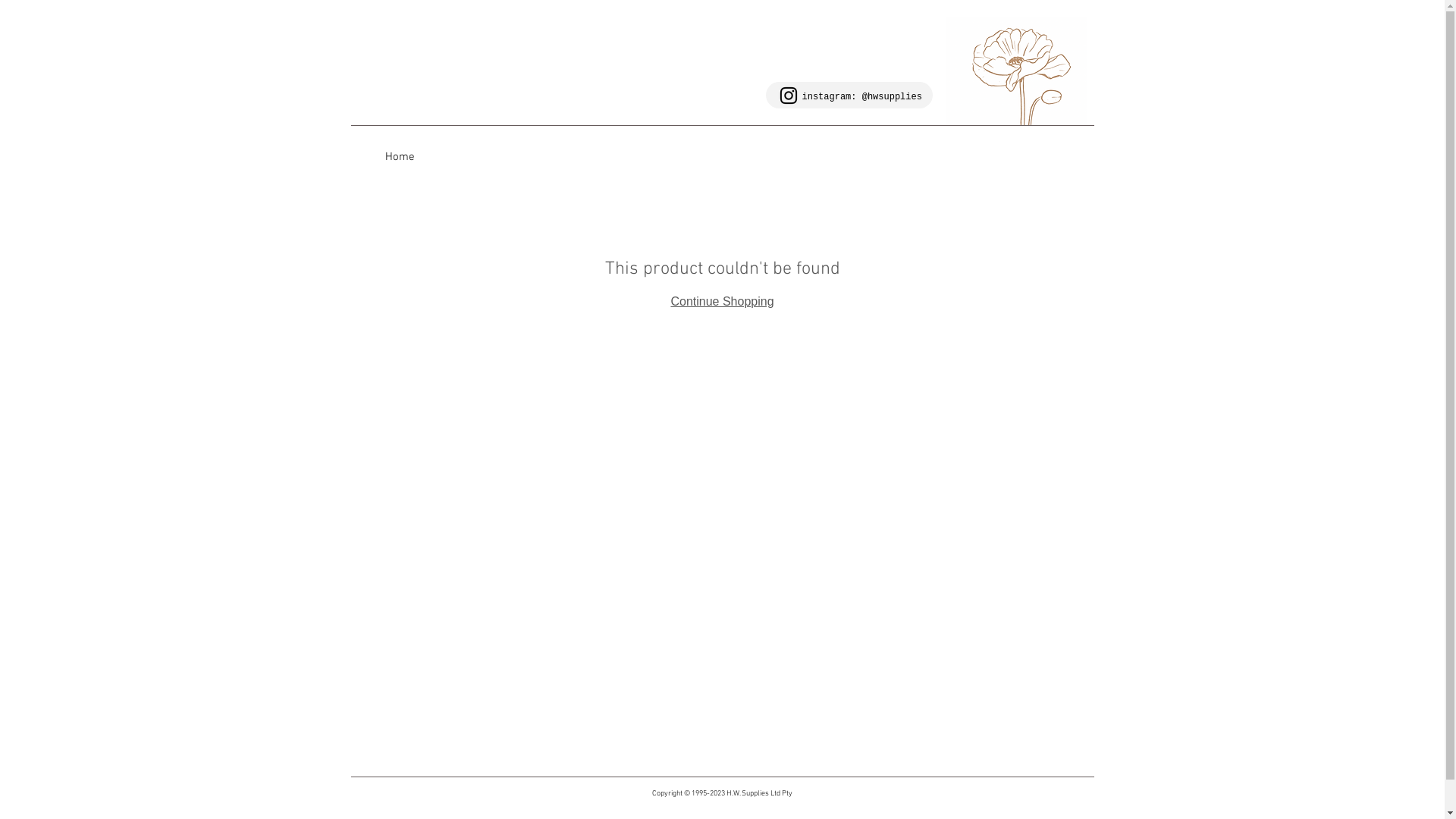 The height and width of the screenshot is (819, 1456). Describe the element at coordinates (862, 96) in the screenshot. I see `'instagram: @hwsupplies'` at that location.